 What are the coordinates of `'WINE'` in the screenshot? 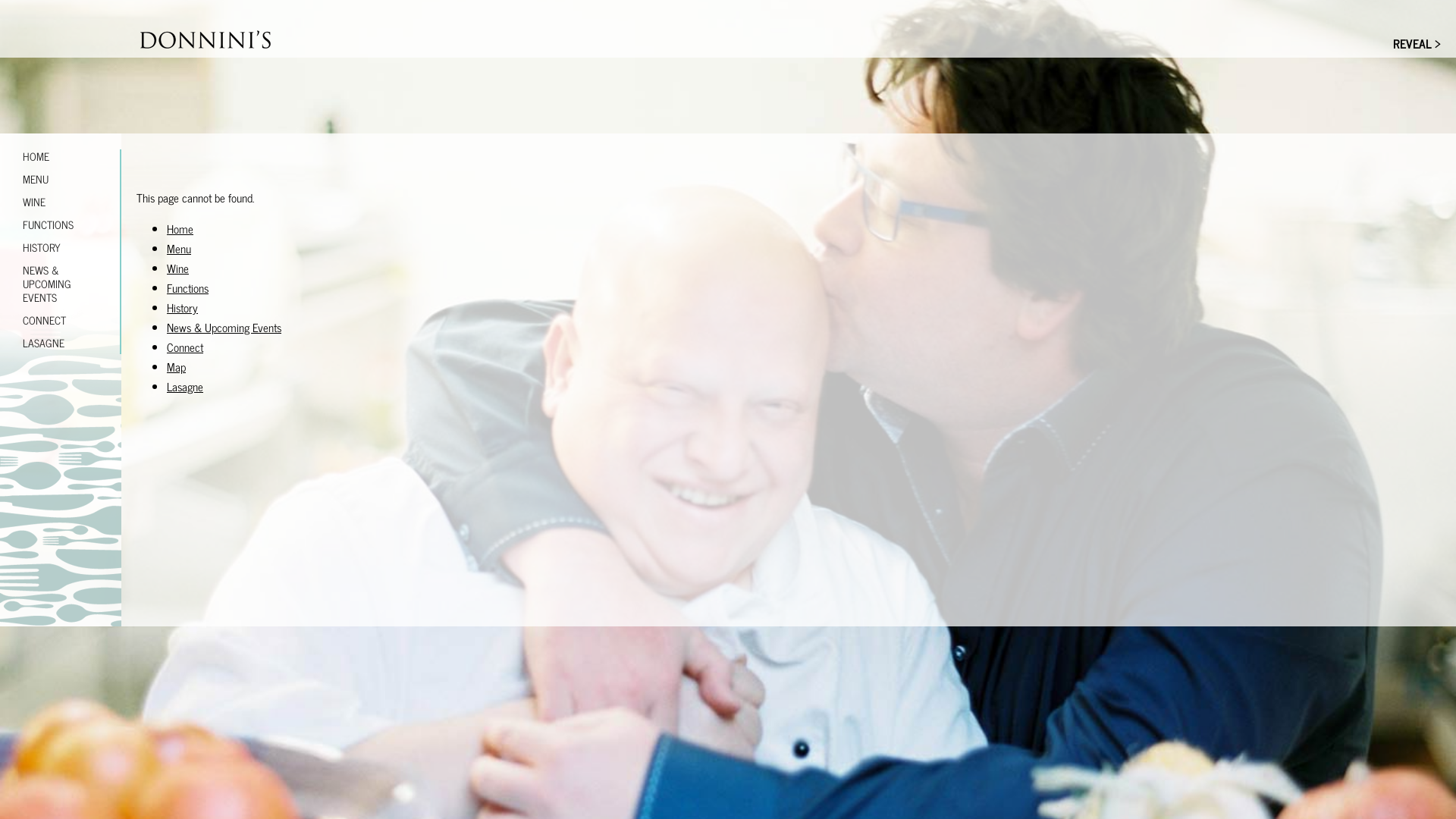 It's located at (0, 201).